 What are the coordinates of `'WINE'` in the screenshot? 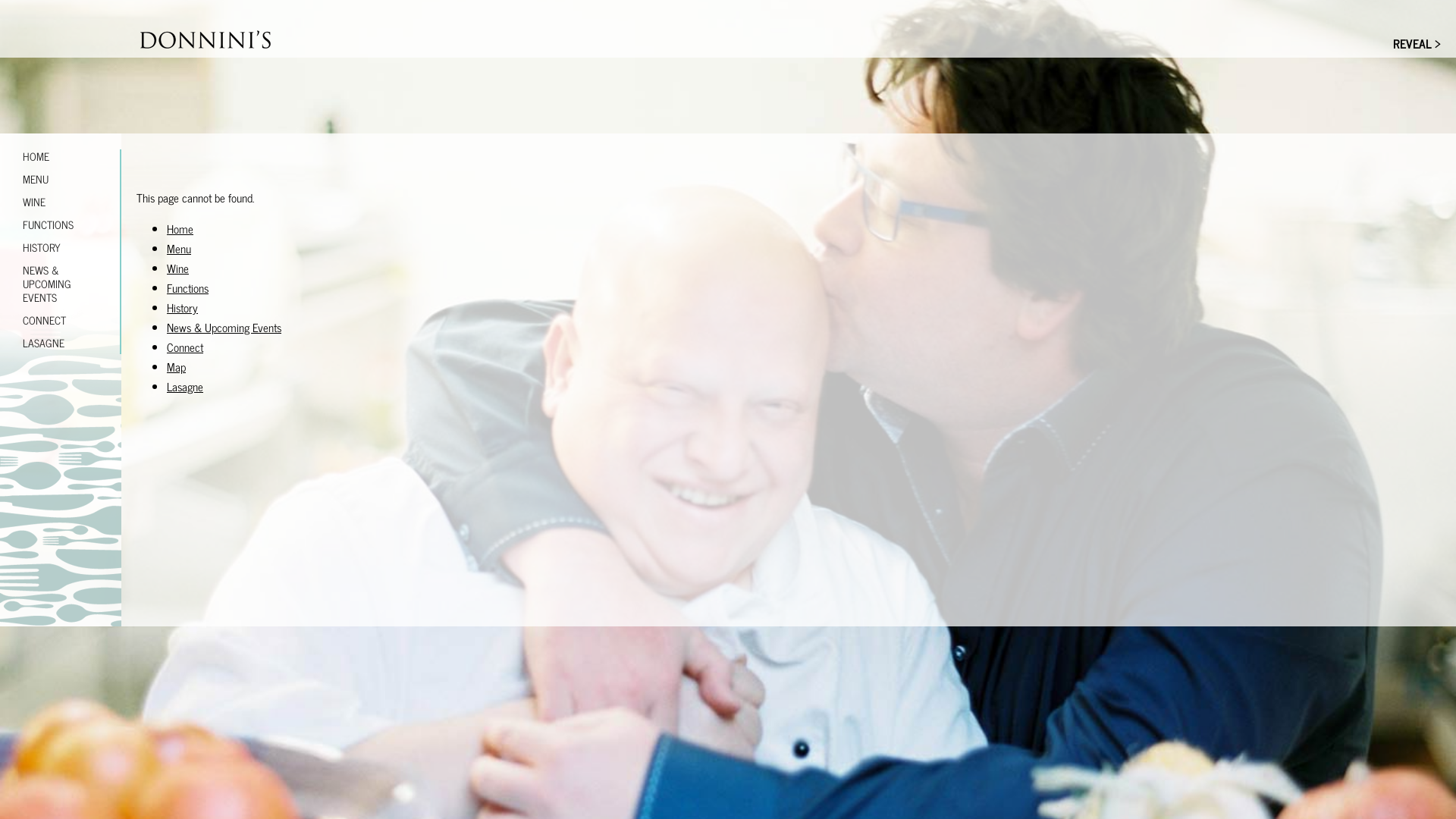 It's located at (0, 201).